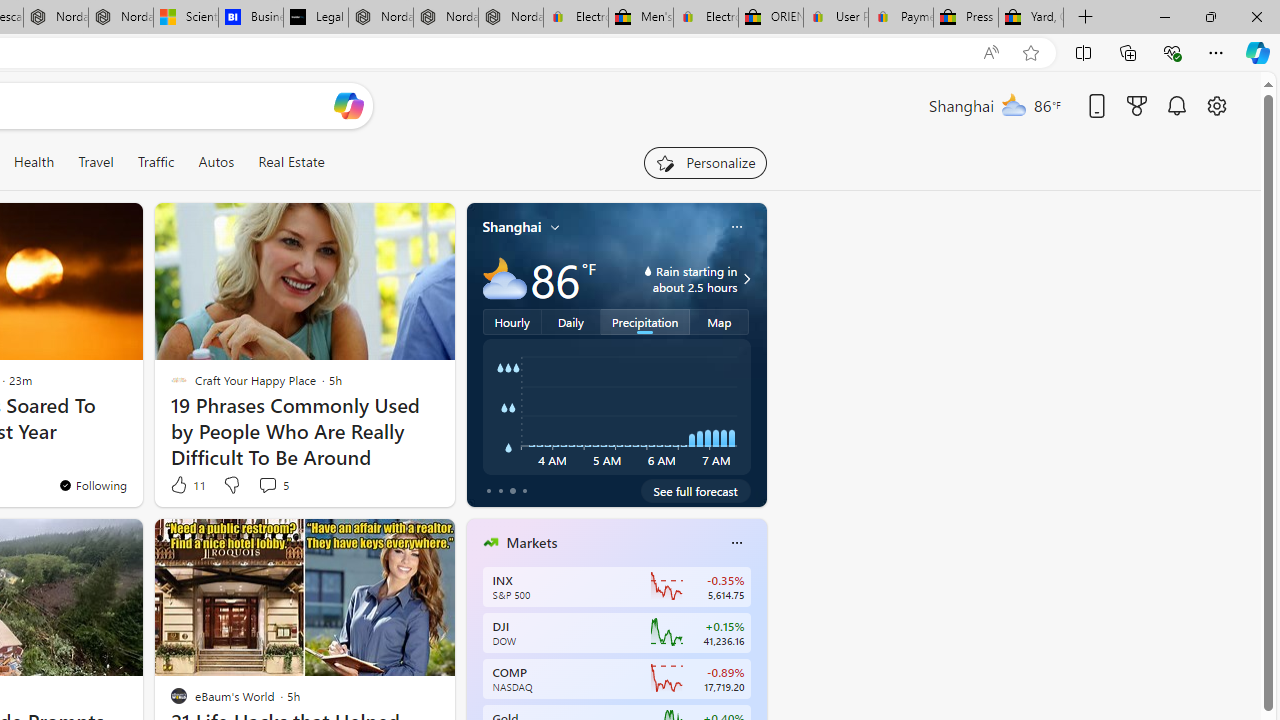 The image size is (1280, 720). I want to click on 'tab-3', so click(524, 491).